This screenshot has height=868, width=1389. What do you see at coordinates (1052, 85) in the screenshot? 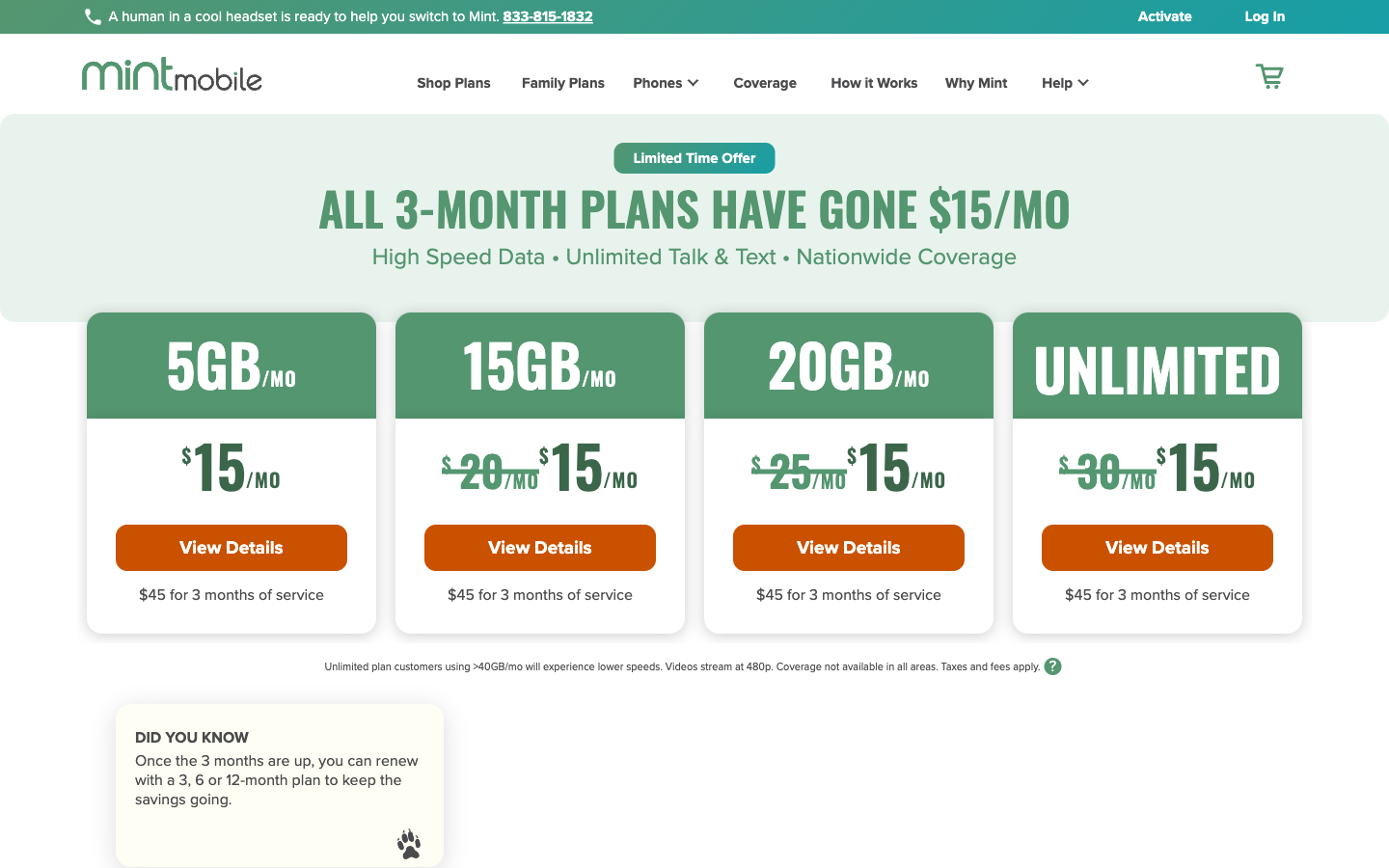
I see `the Support Section` at bounding box center [1052, 85].